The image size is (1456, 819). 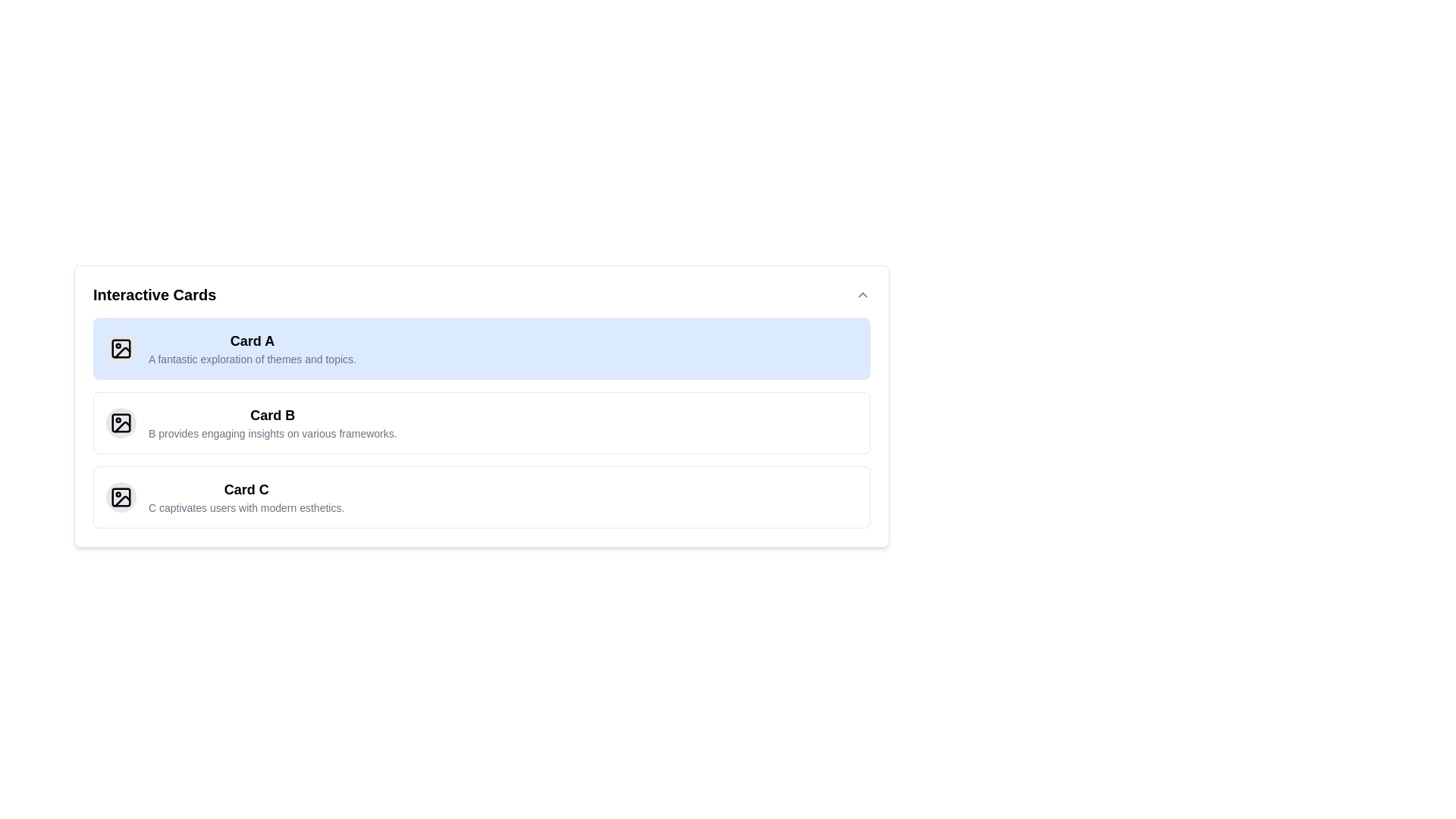 I want to click on the Label/Text Element that serves as the title for the 'Card A', positioned at the top-left corner of the card, for accessibility purposes, so click(x=252, y=341).